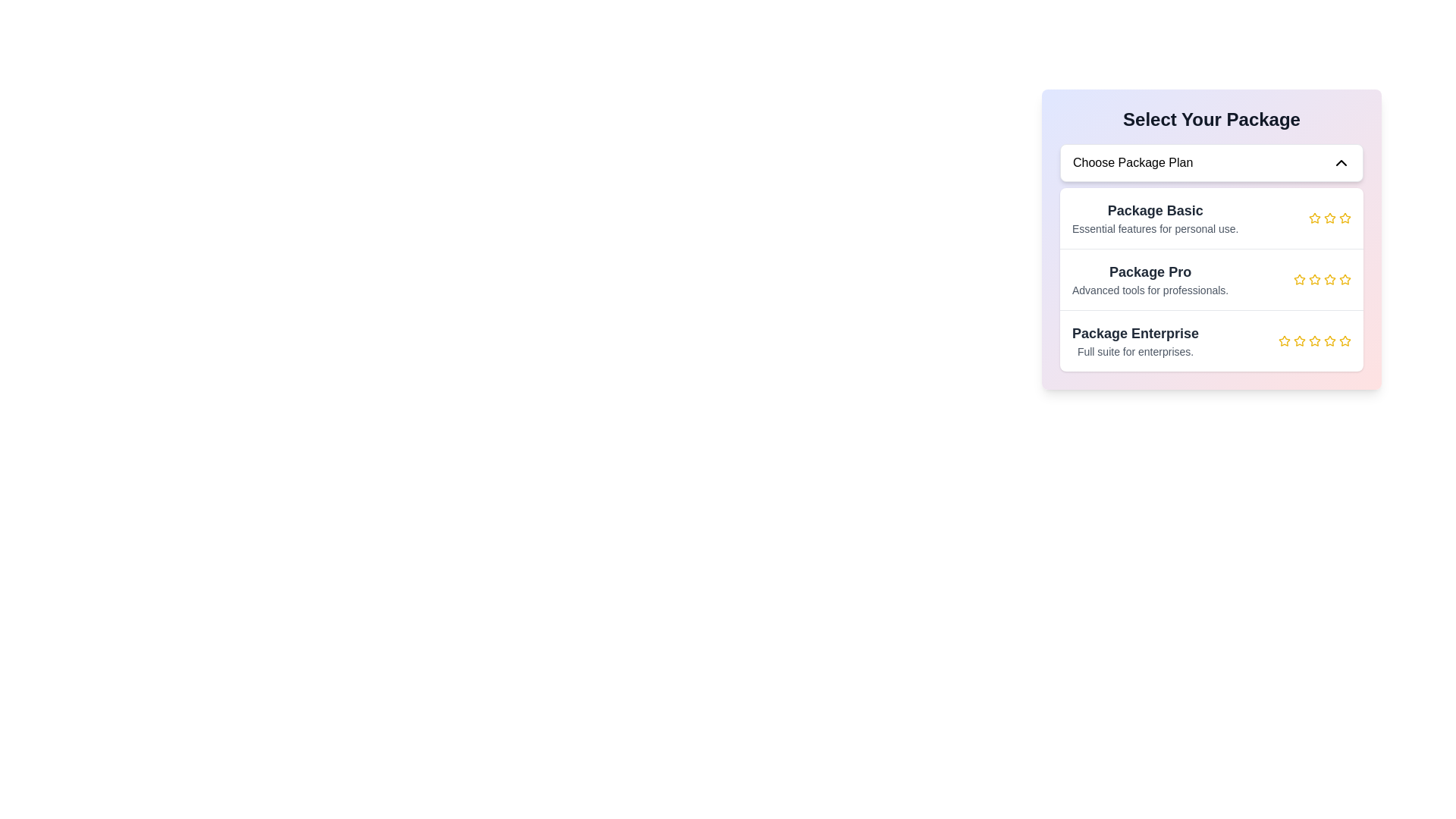  I want to click on the first List item with the text 'Package Basic' and its subtext 'Essential features for personal use.' along with three yellow star icons, located beneath the 'Choose Package Plan' header, so click(1211, 218).